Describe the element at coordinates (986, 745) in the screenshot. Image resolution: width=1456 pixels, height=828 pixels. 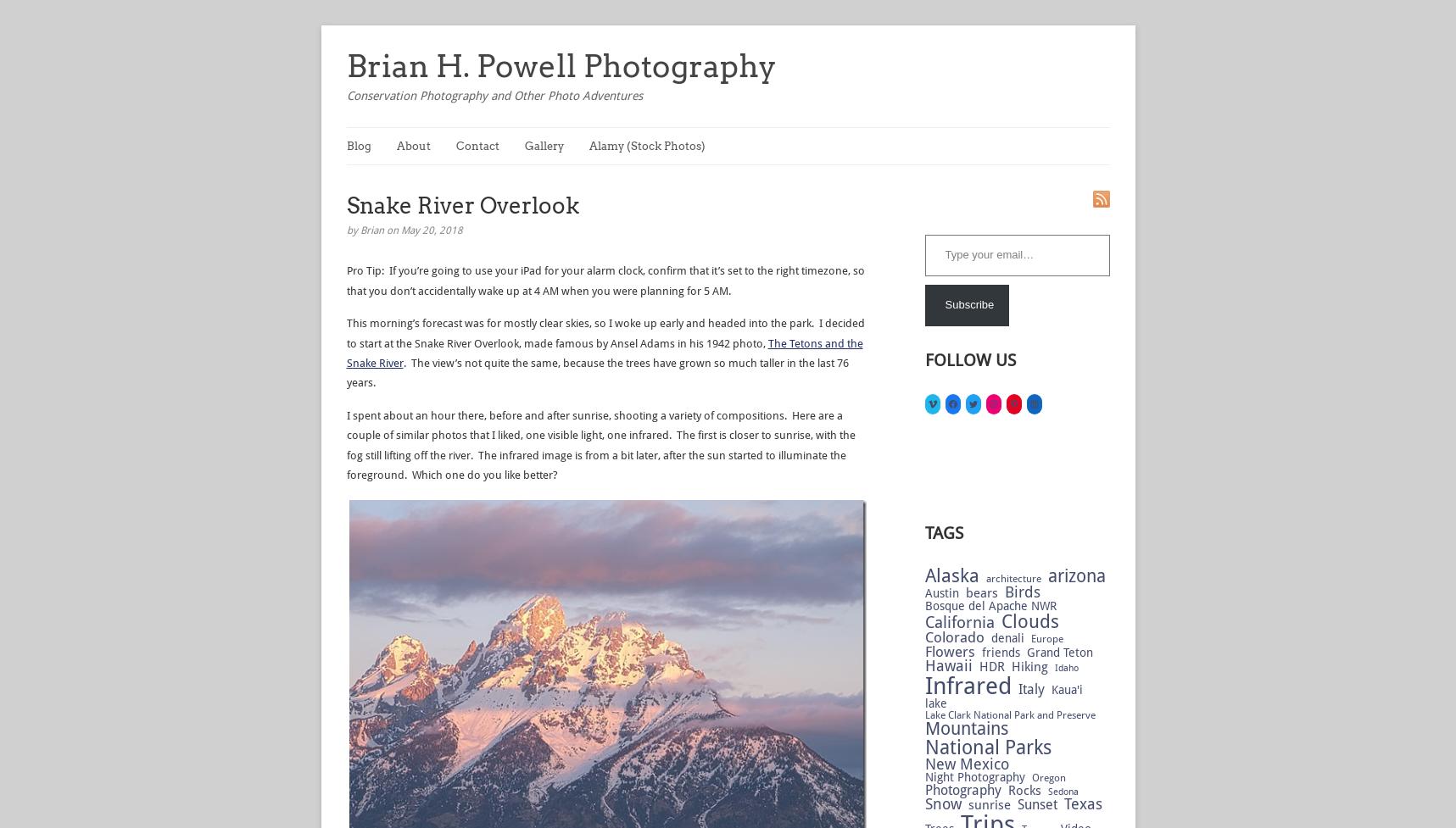
I see `'National Parks'` at that location.